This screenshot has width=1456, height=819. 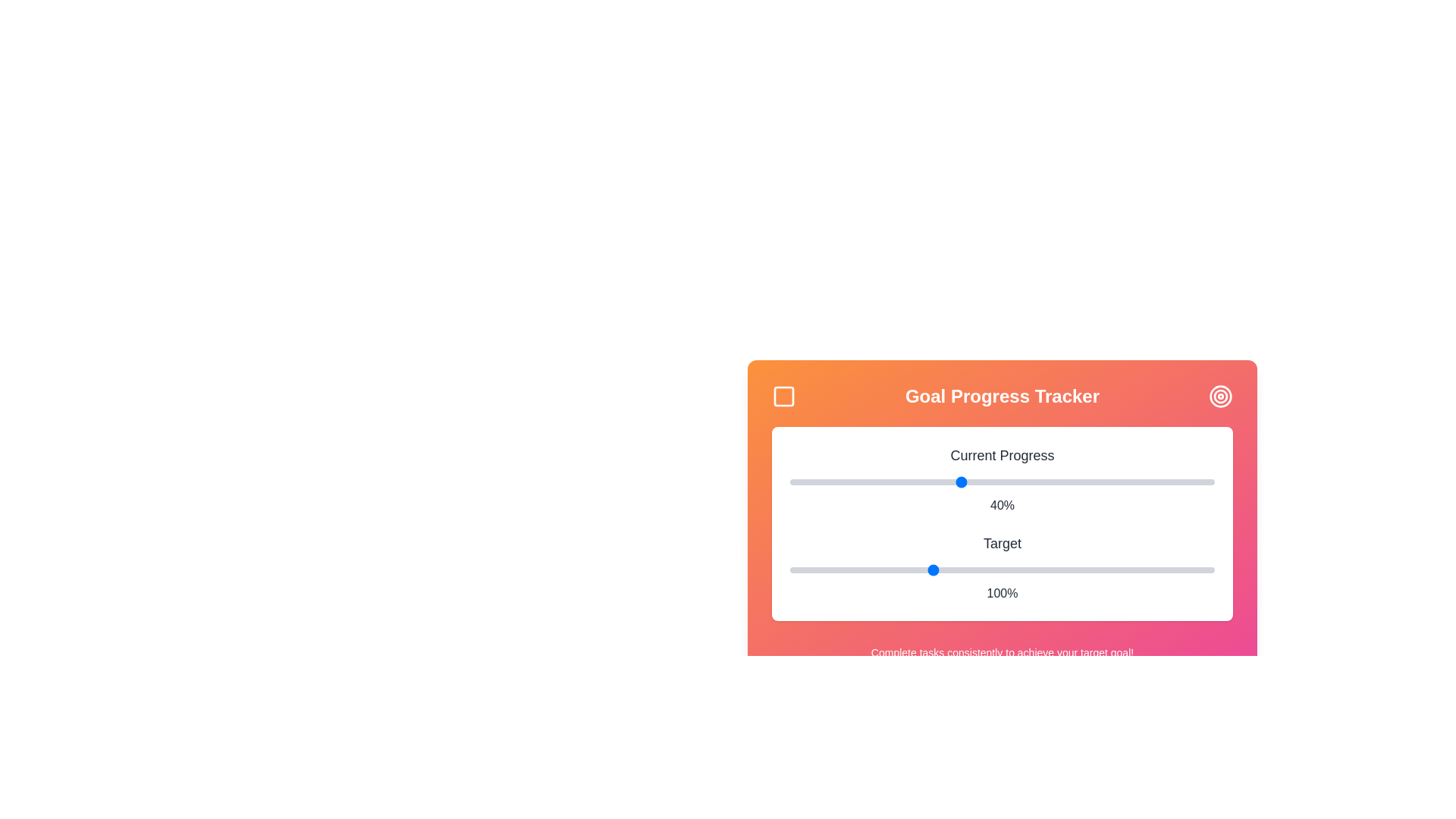 I want to click on the 'Target' slider to set its value to 182, so click(x=1163, y=570).